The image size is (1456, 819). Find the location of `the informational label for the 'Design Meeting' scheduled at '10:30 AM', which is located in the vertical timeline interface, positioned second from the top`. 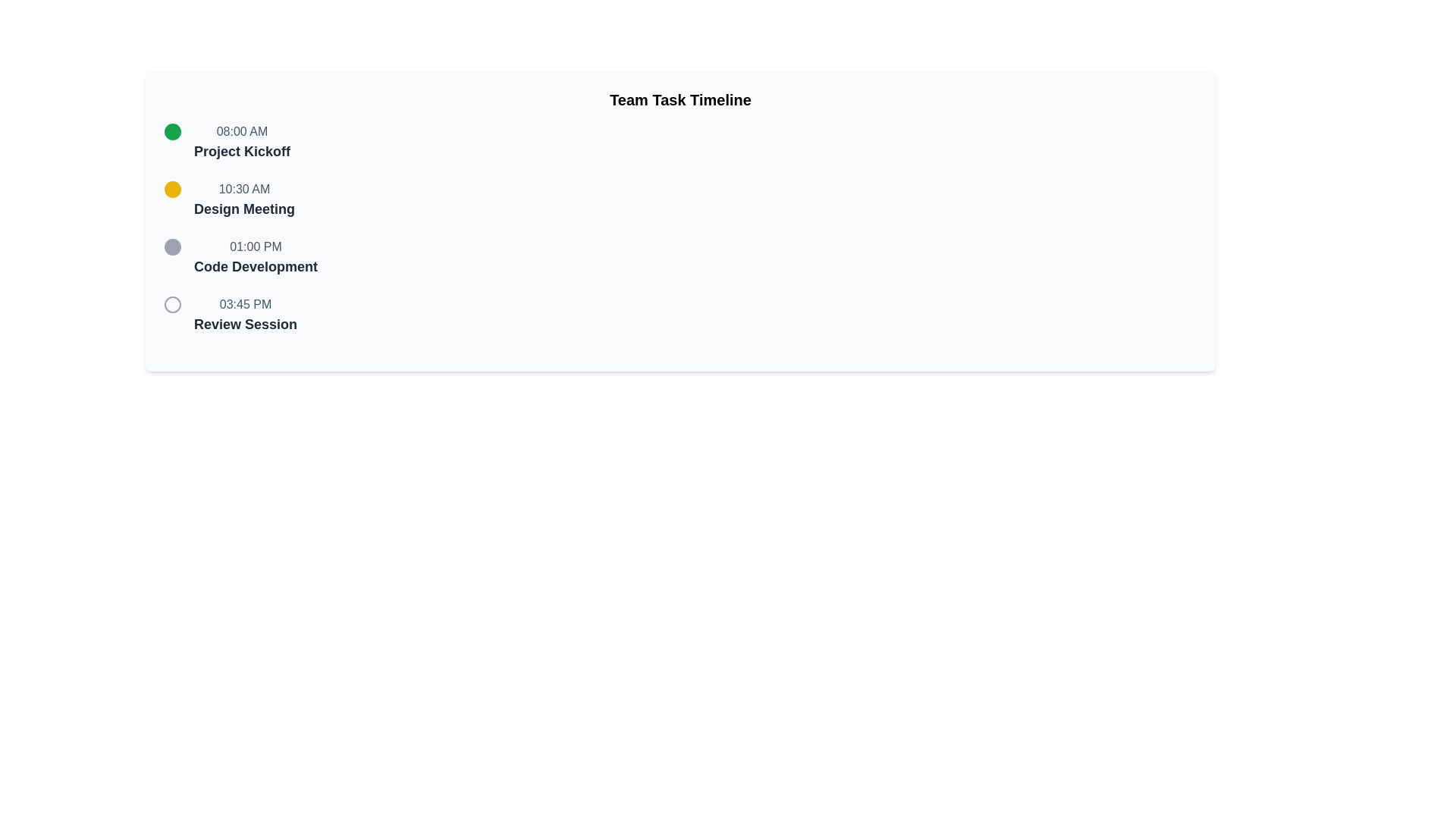

the informational label for the 'Design Meeting' scheduled at '10:30 AM', which is located in the vertical timeline interface, positioned second from the top is located at coordinates (244, 199).